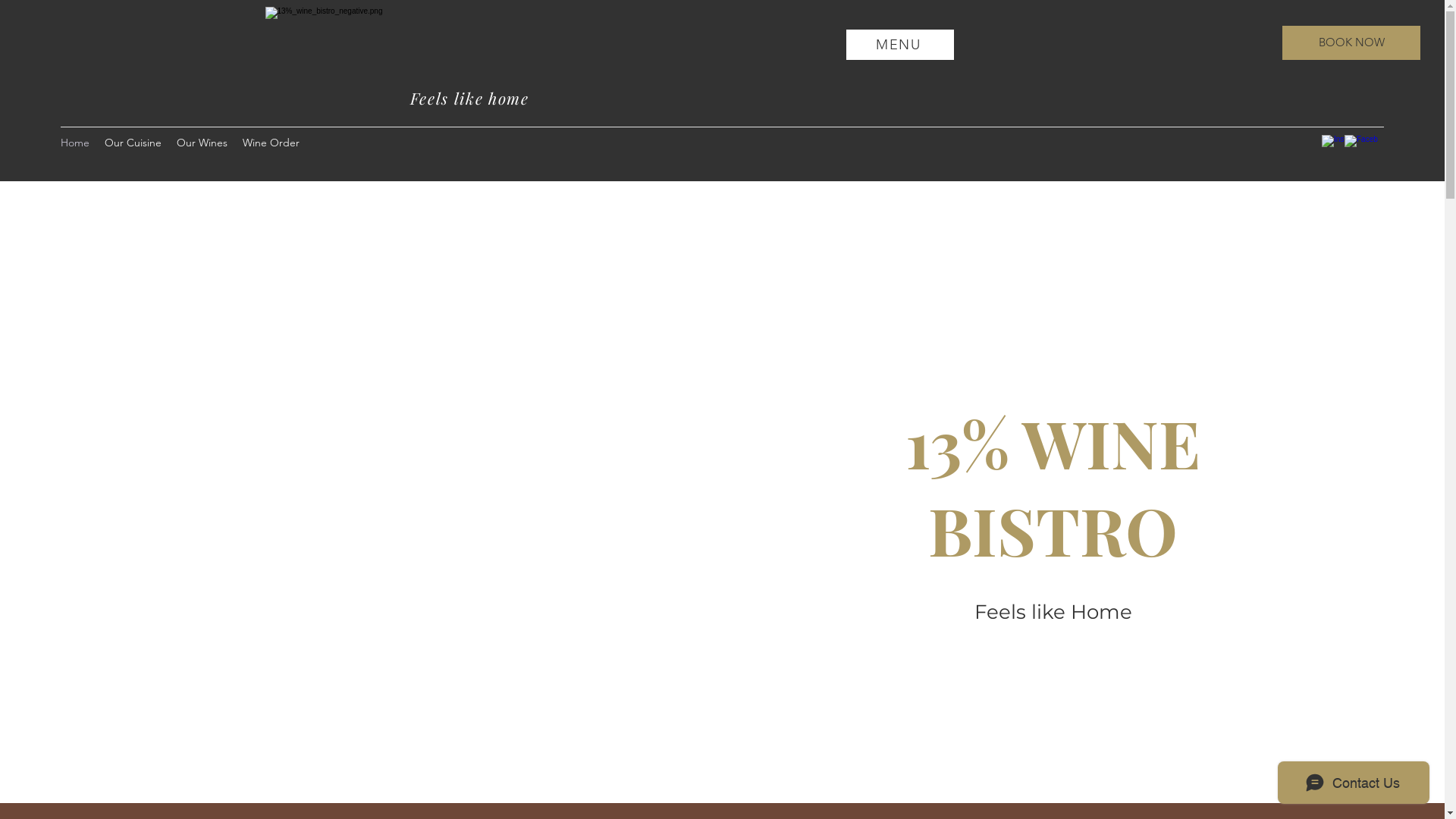 The height and width of the screenshot is (819, 1456). I want to click on 'Our Cuisine', so click(133, 143).